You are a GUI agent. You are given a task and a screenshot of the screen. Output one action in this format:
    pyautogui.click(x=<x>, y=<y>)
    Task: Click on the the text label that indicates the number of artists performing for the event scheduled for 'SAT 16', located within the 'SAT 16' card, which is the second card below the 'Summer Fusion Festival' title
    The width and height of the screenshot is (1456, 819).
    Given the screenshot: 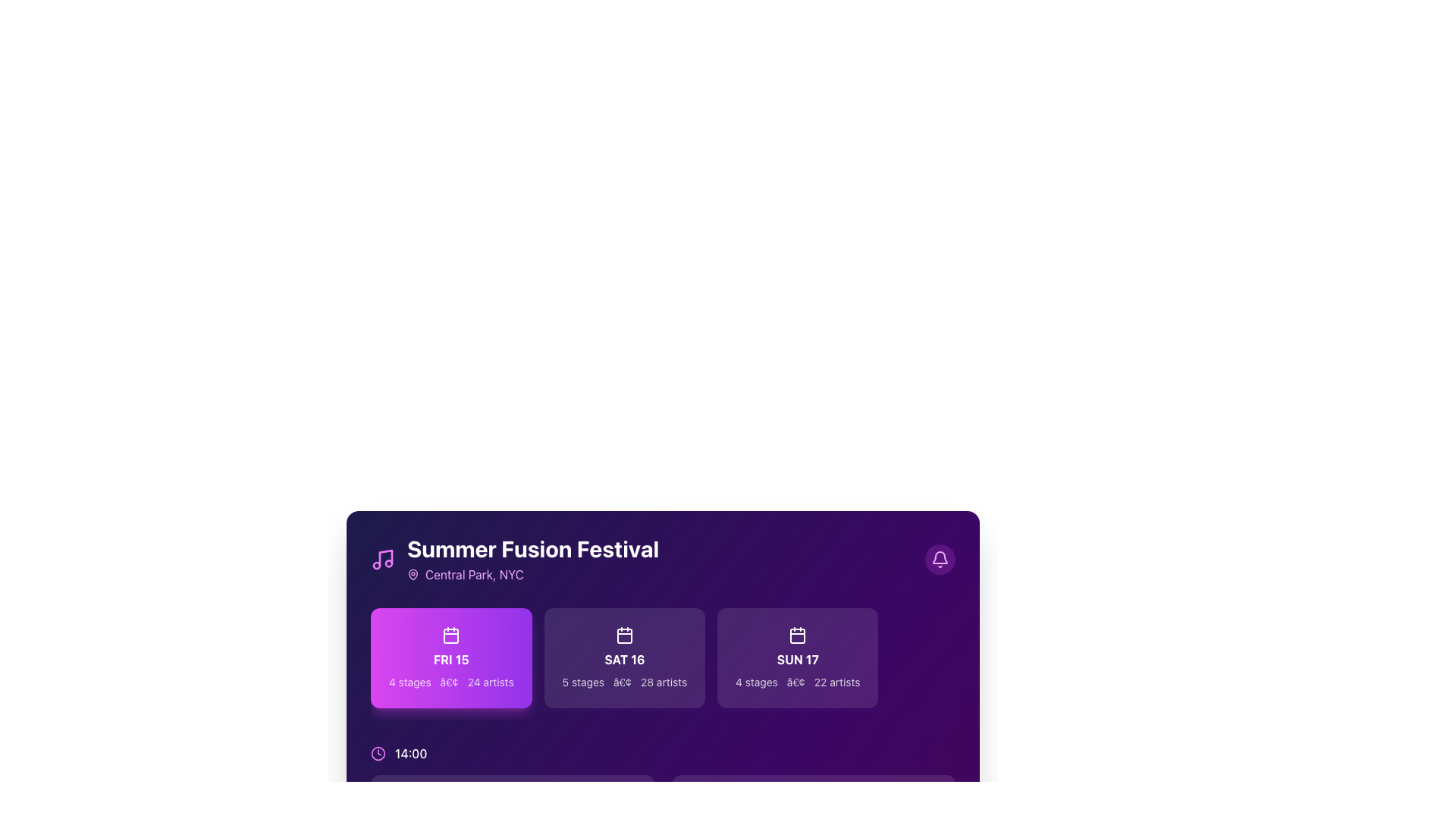 What is the action you would take?
    pyautogui.click(x=664, y=681)
    